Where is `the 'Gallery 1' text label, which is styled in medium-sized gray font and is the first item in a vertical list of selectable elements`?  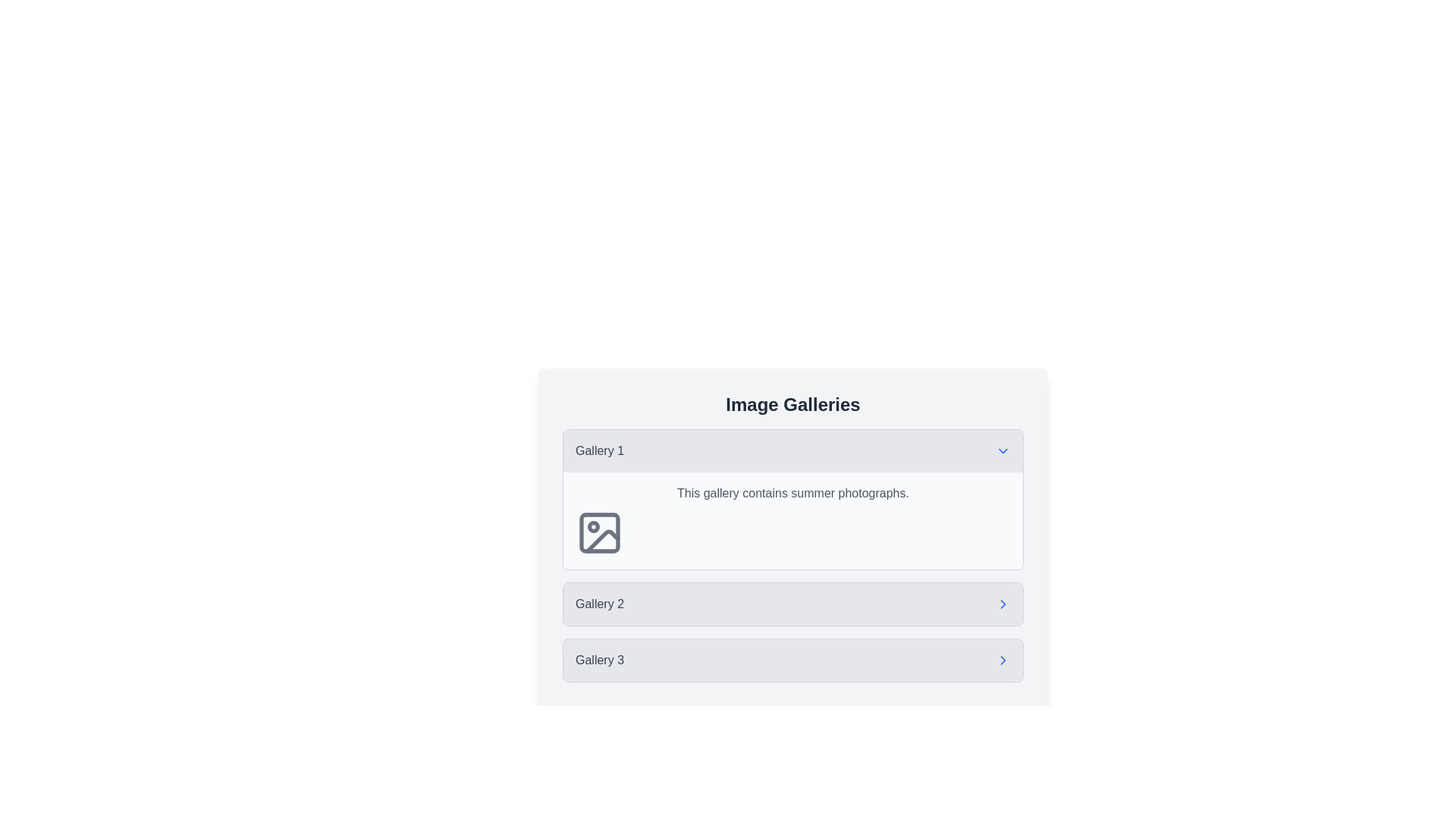
the 'Gallery 1' text label, which is styled in medium-sized gray font and is the first item in a vertical list of selectable elements is located at coordinates (599, 450).